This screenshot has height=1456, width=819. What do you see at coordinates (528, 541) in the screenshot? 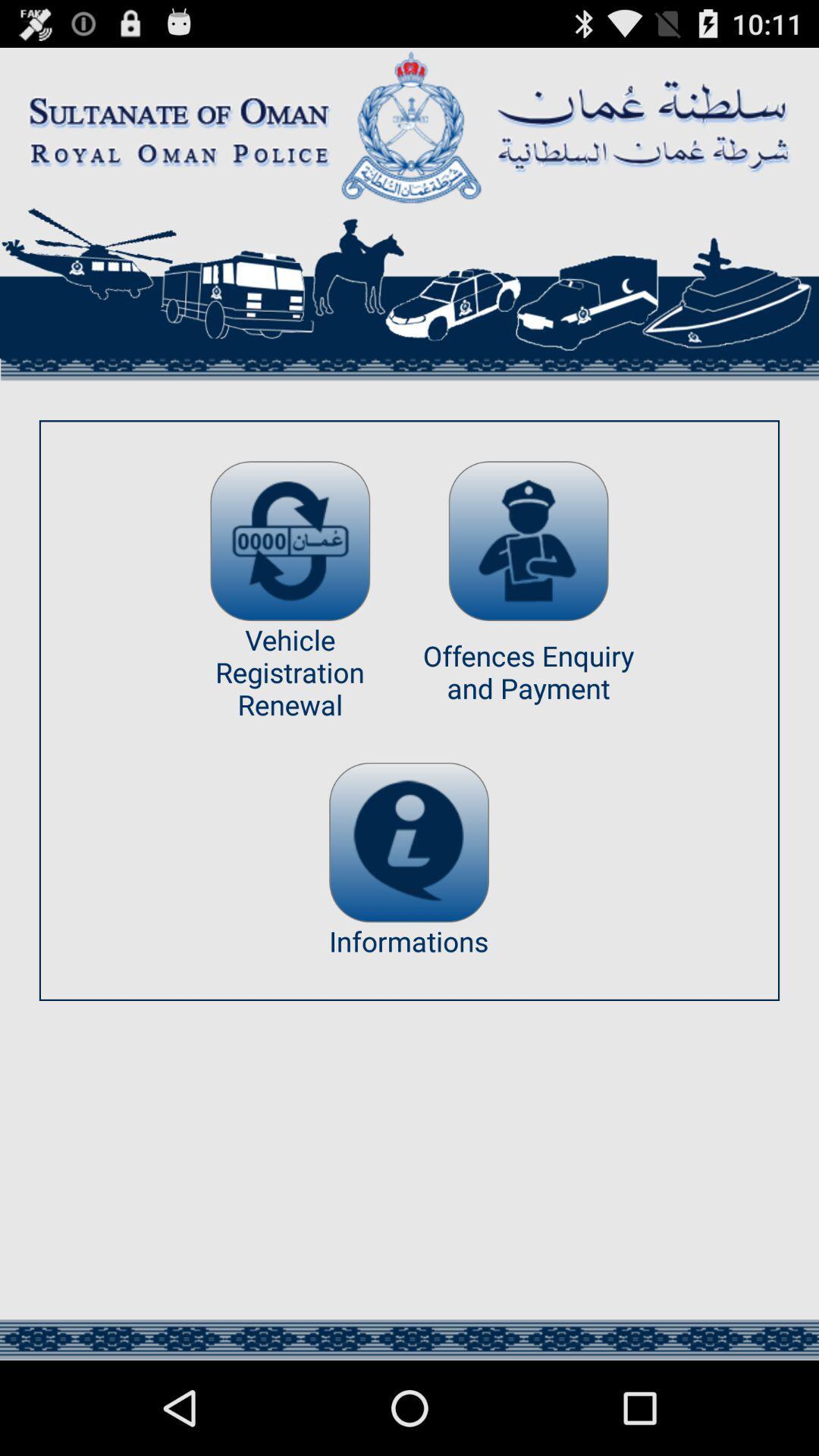
I see `the icon above offences enquiry and item` at bounding box center [528, 541].